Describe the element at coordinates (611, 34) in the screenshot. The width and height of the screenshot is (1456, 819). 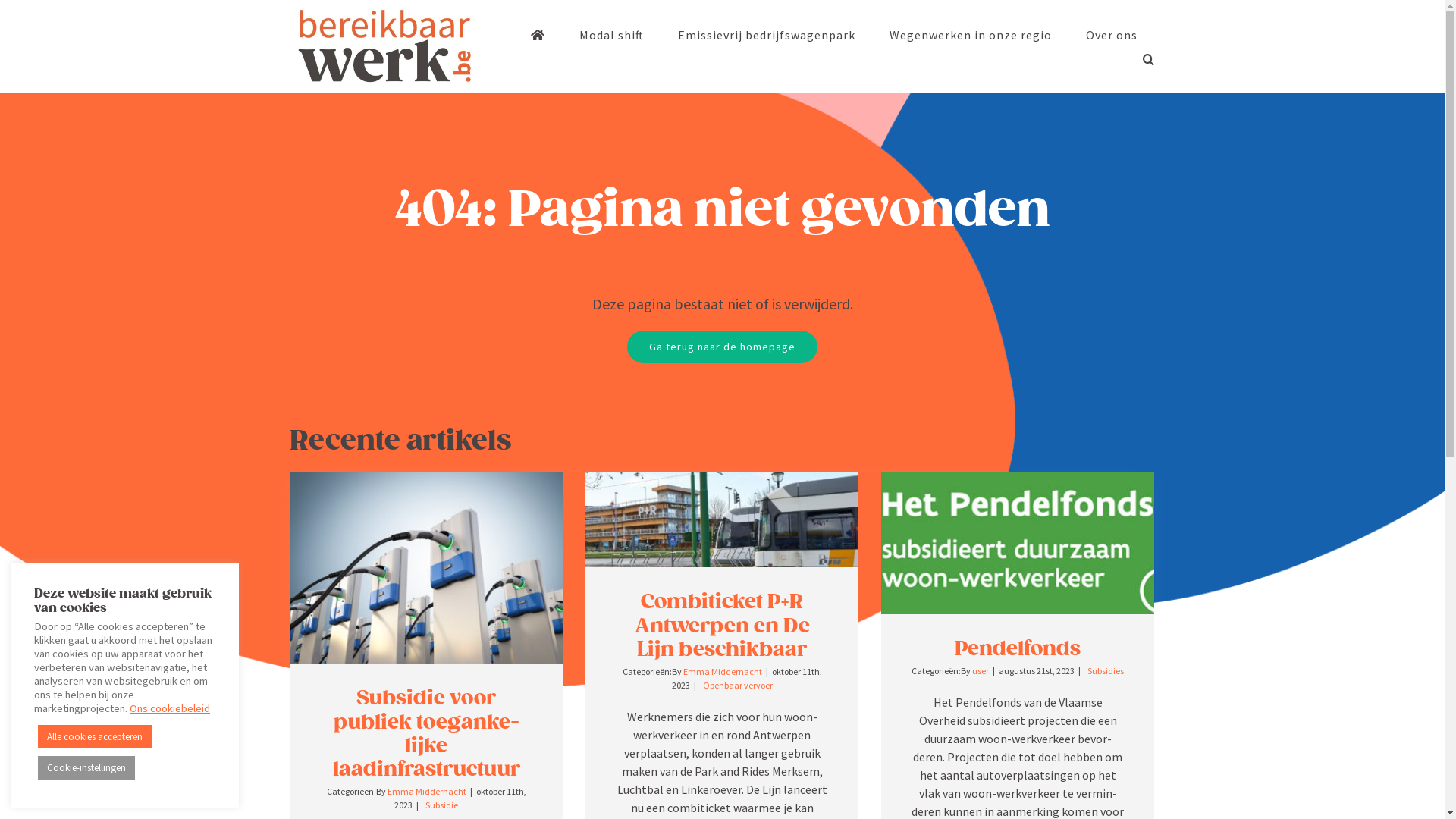
I see `'Modal shift'` at that location.